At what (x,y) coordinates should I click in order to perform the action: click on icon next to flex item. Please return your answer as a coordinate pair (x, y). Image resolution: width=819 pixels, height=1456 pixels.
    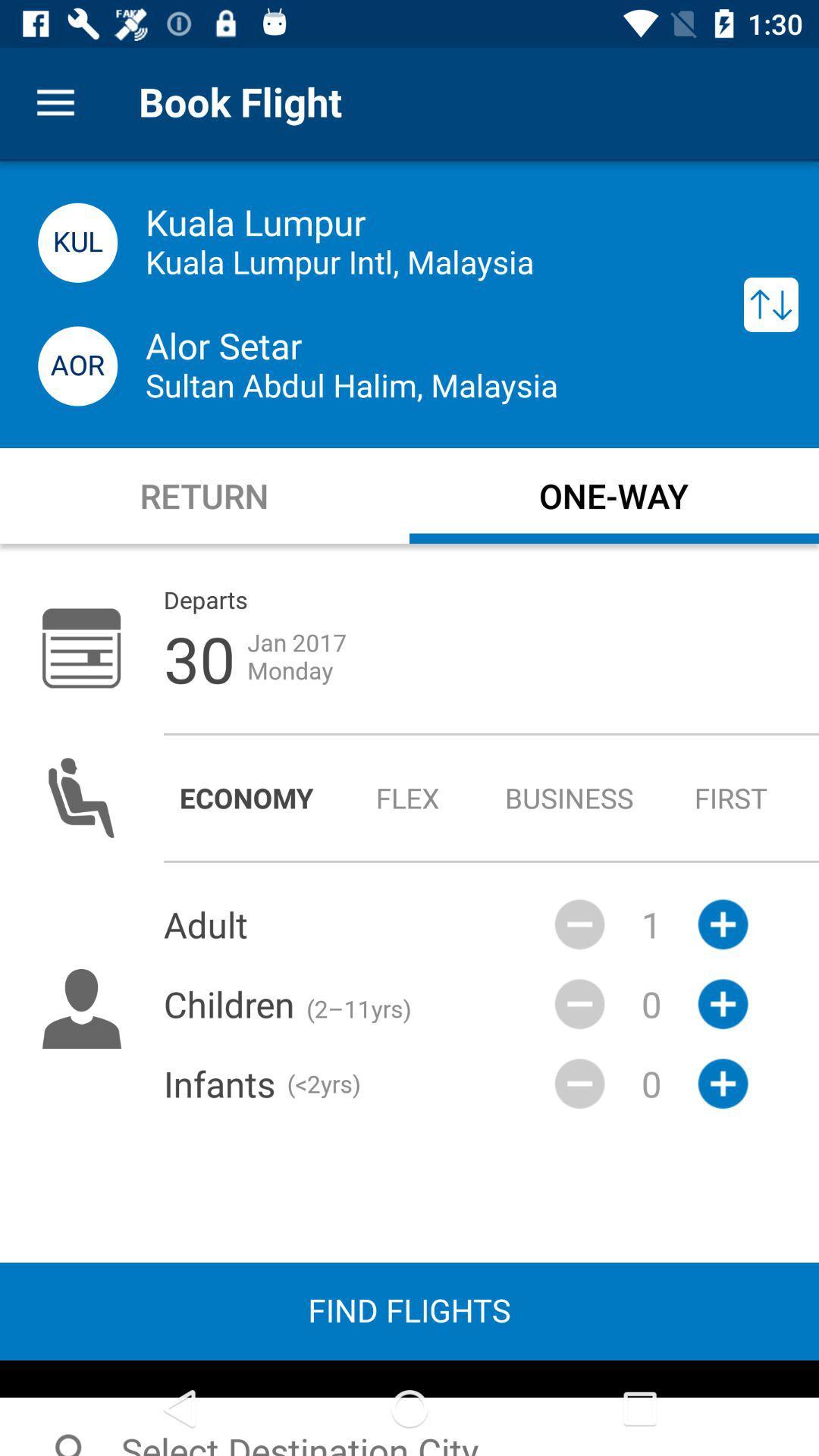
    Looking at the image, I should click on (570, 797).